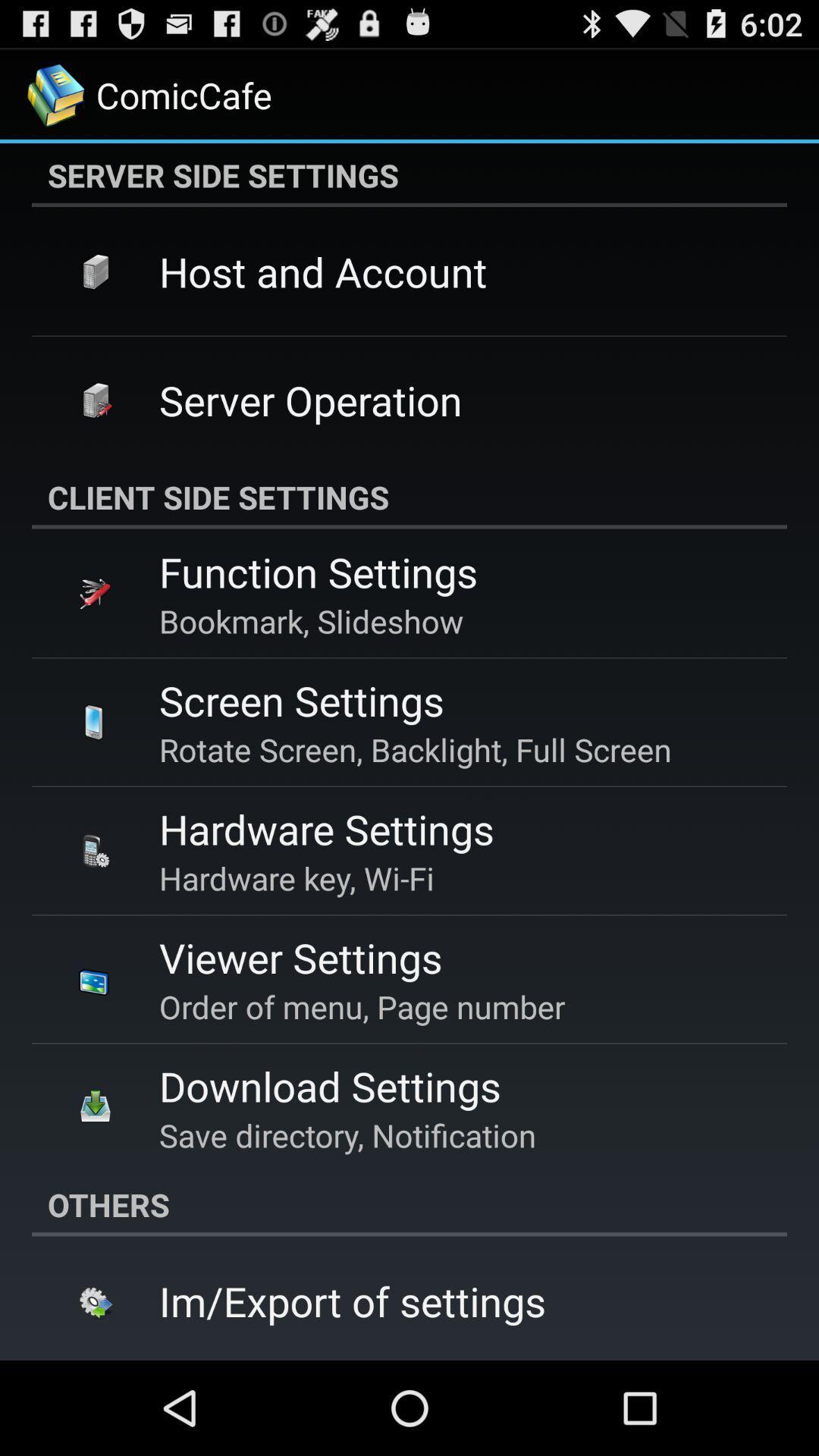  What do you see at coordinates (322, 271) in the screenshot?
I see `the host and account` at bounding box center [322, 271].